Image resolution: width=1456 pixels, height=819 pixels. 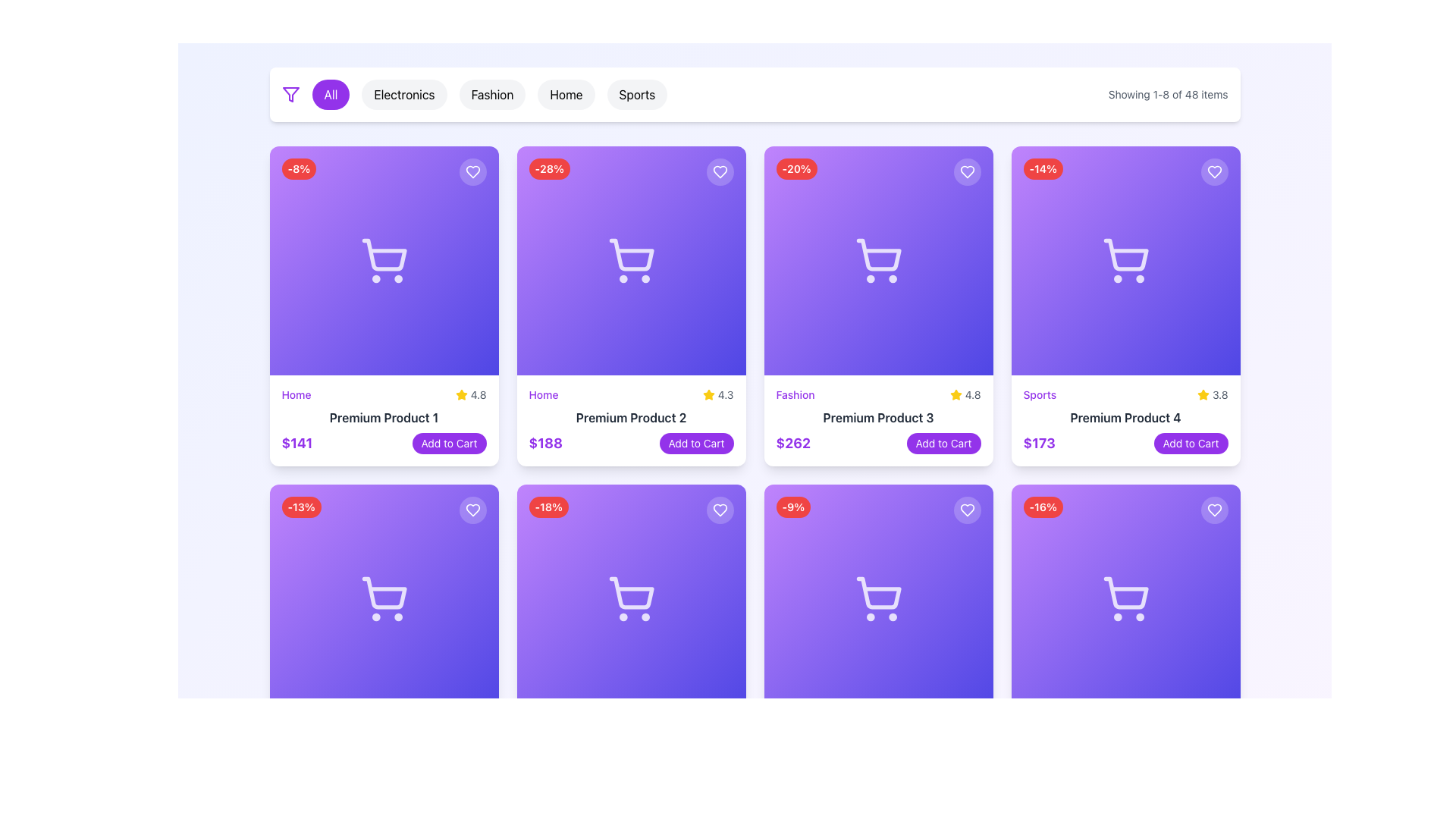 I want to click on the heart icon button located at the top right corner of the product card for 'Premium Product 2' to mark the item as a favorite, so click(x=472, y=510).